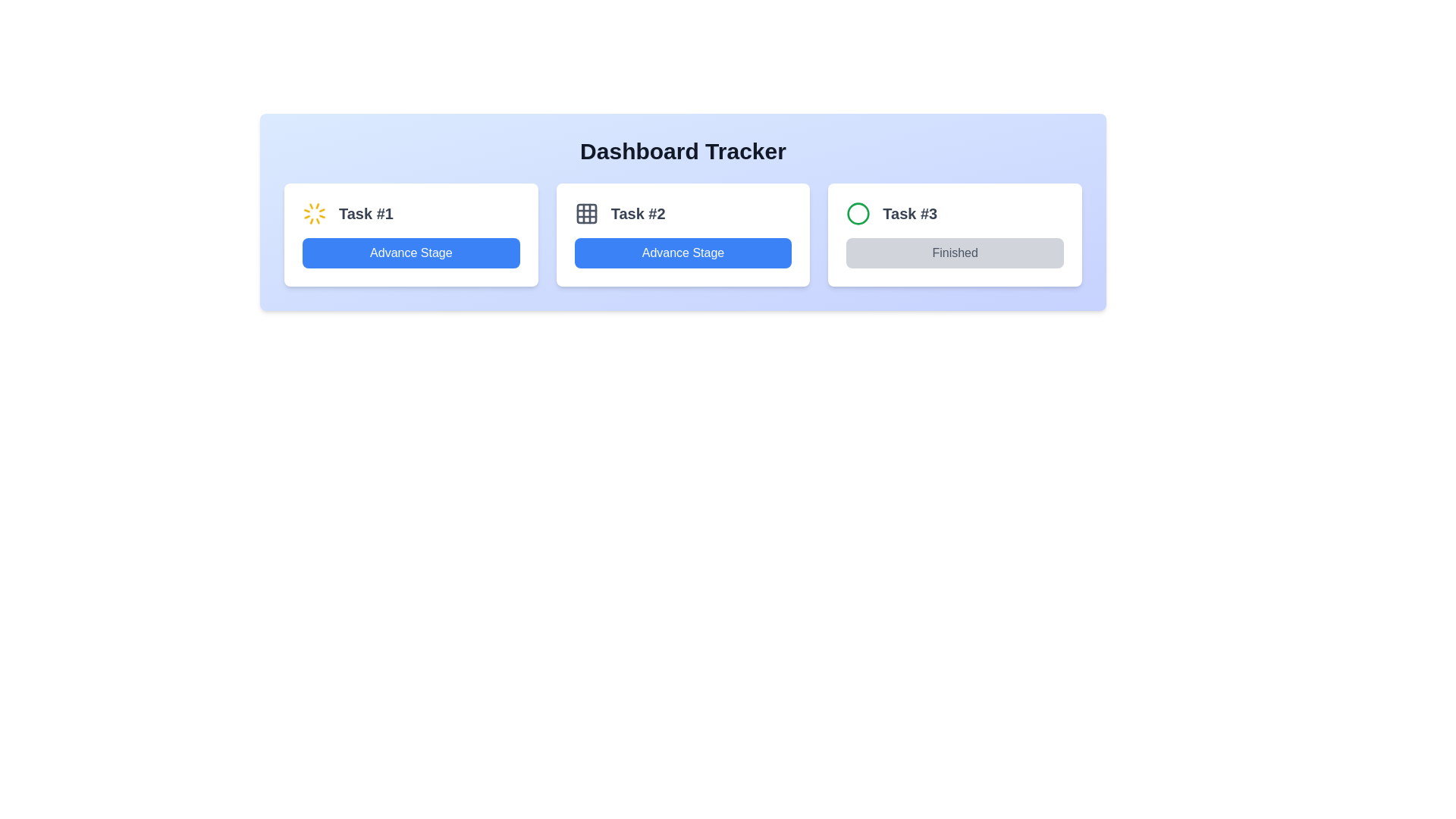  What do you see at coordinates (954, 253) in the screenshot?
I see `the completed status indicator button located in the third task card labeled 'Task #3'. This button is non-clickable and signifies that the task is finished` at bounding box center [954, 253].